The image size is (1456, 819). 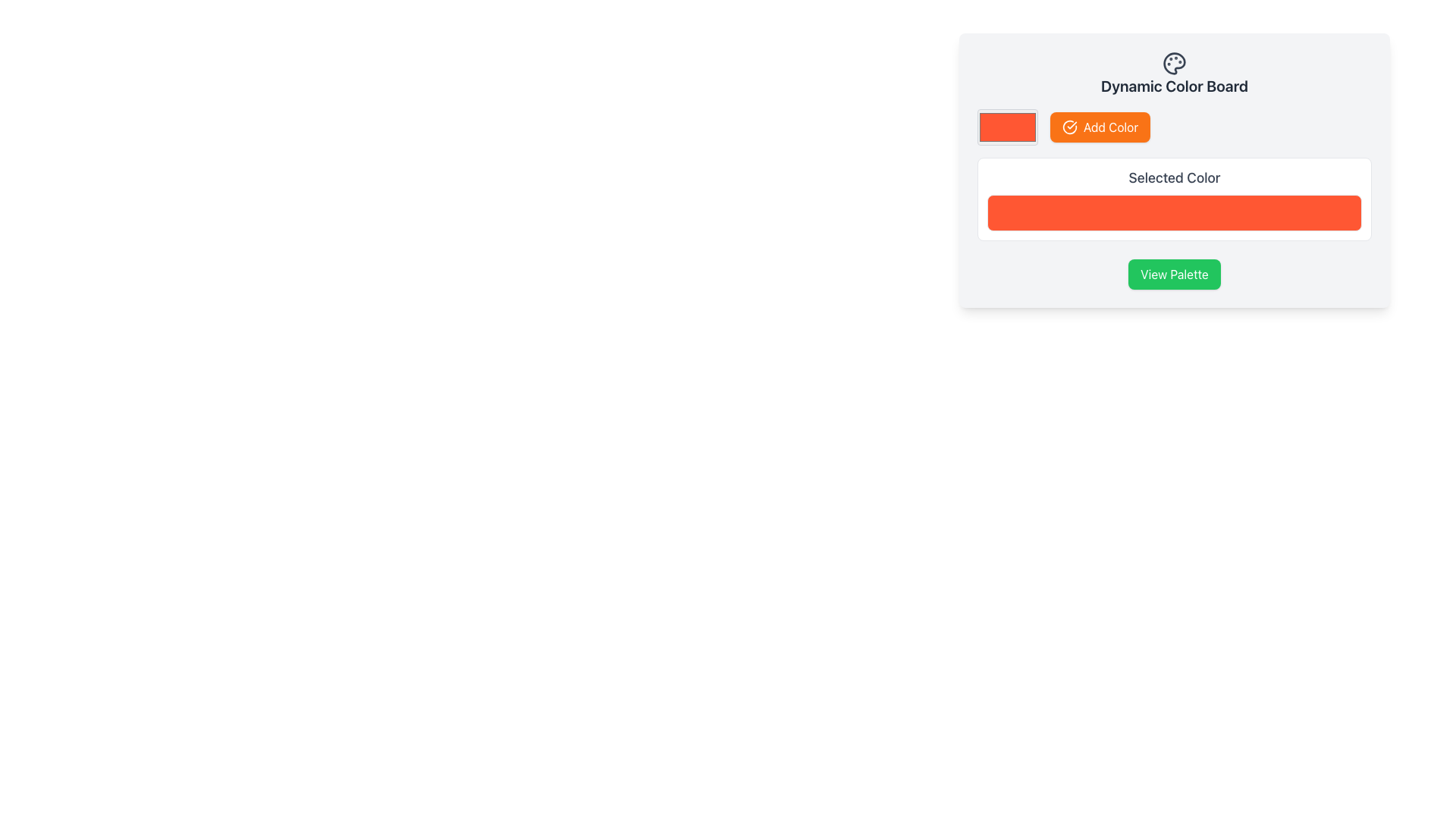 What do you see at coordinates (1174, 275) in the screenshot?
I see `the 'View Palette' button, which has a green background and white text, located below the 'Selected Color' section` at bounding box center [1174, 275].